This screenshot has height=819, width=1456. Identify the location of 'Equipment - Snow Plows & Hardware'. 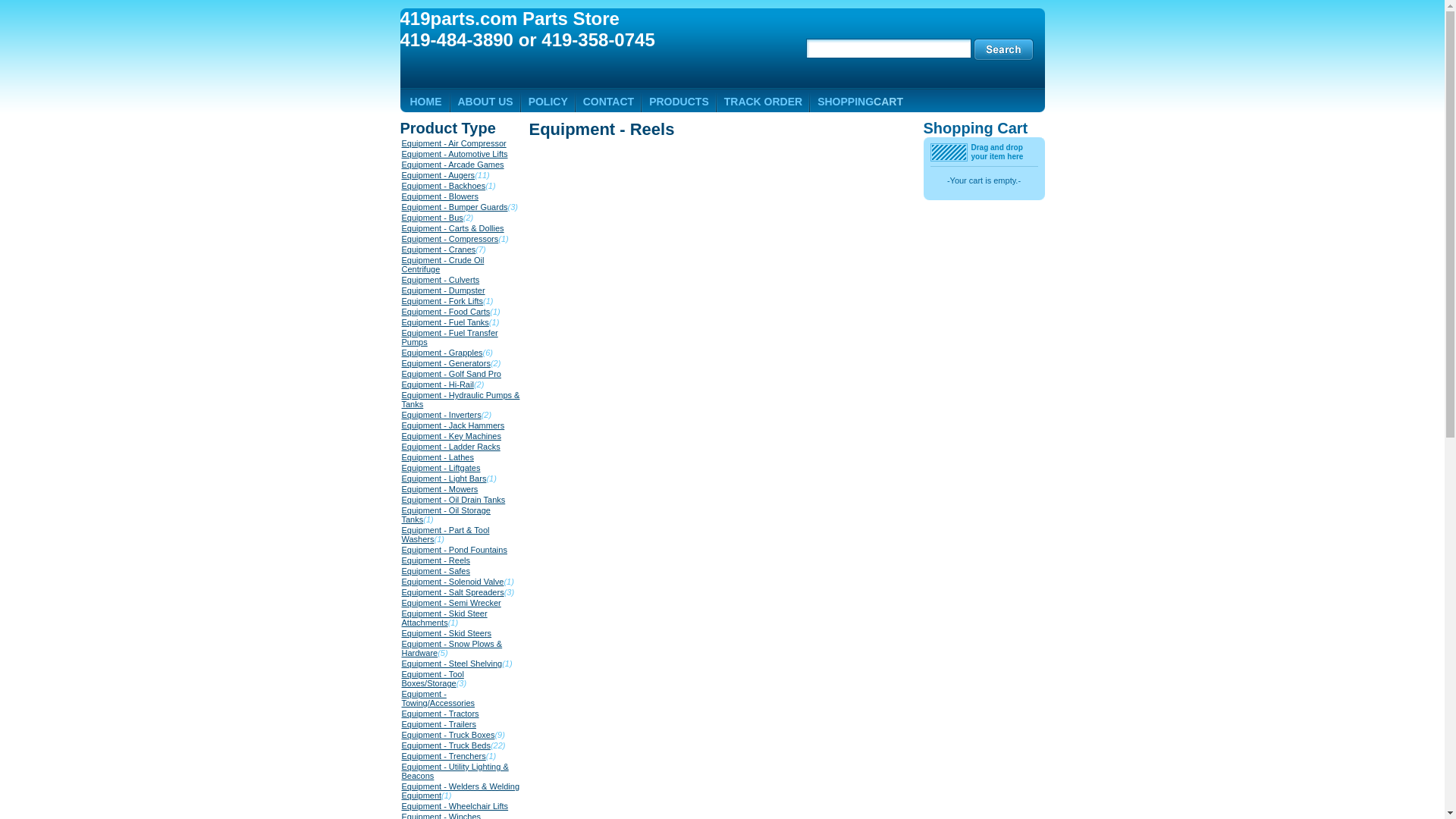
(451, 648).